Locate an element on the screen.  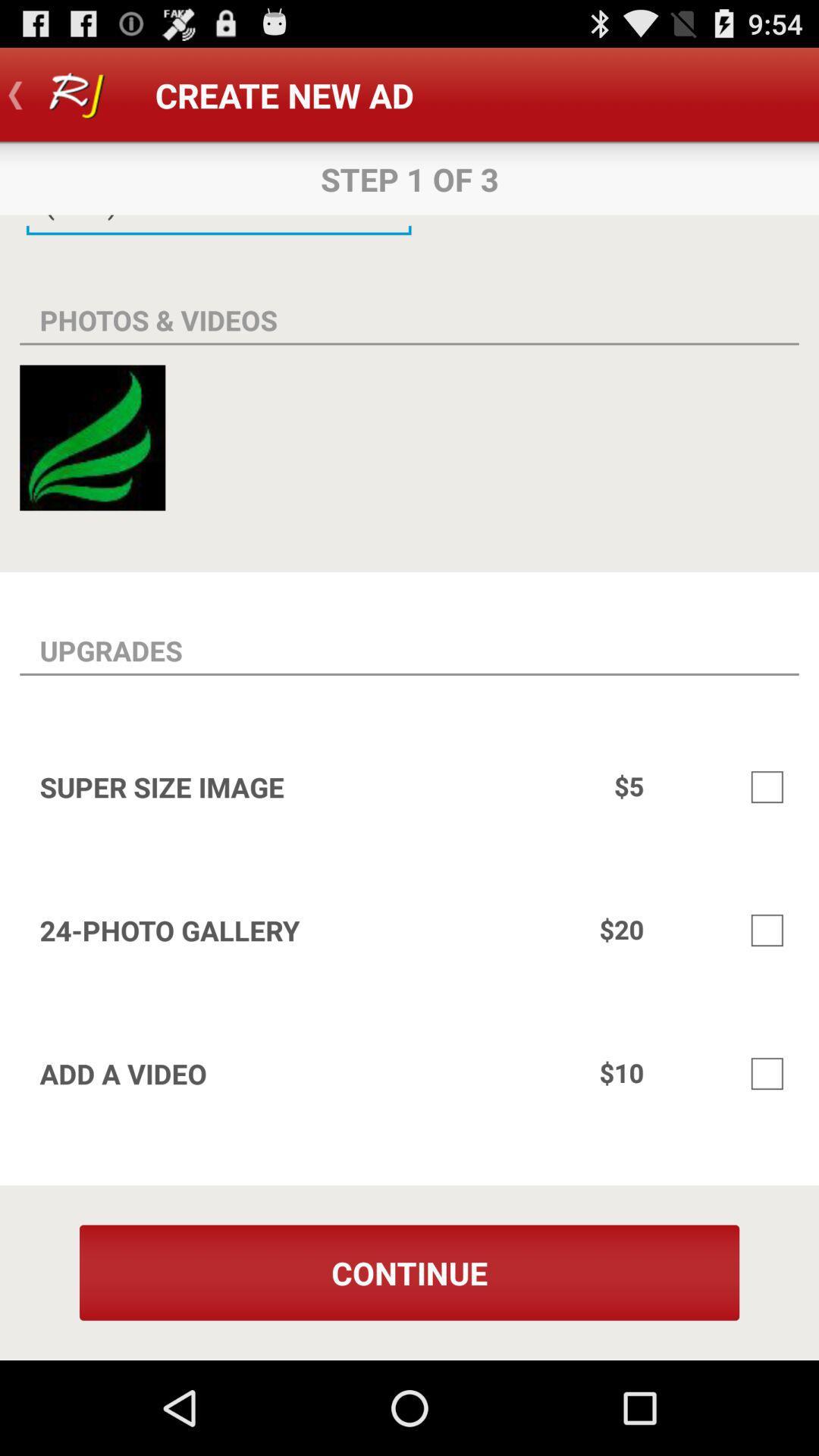
selection button is located at coordinates (767, 786).